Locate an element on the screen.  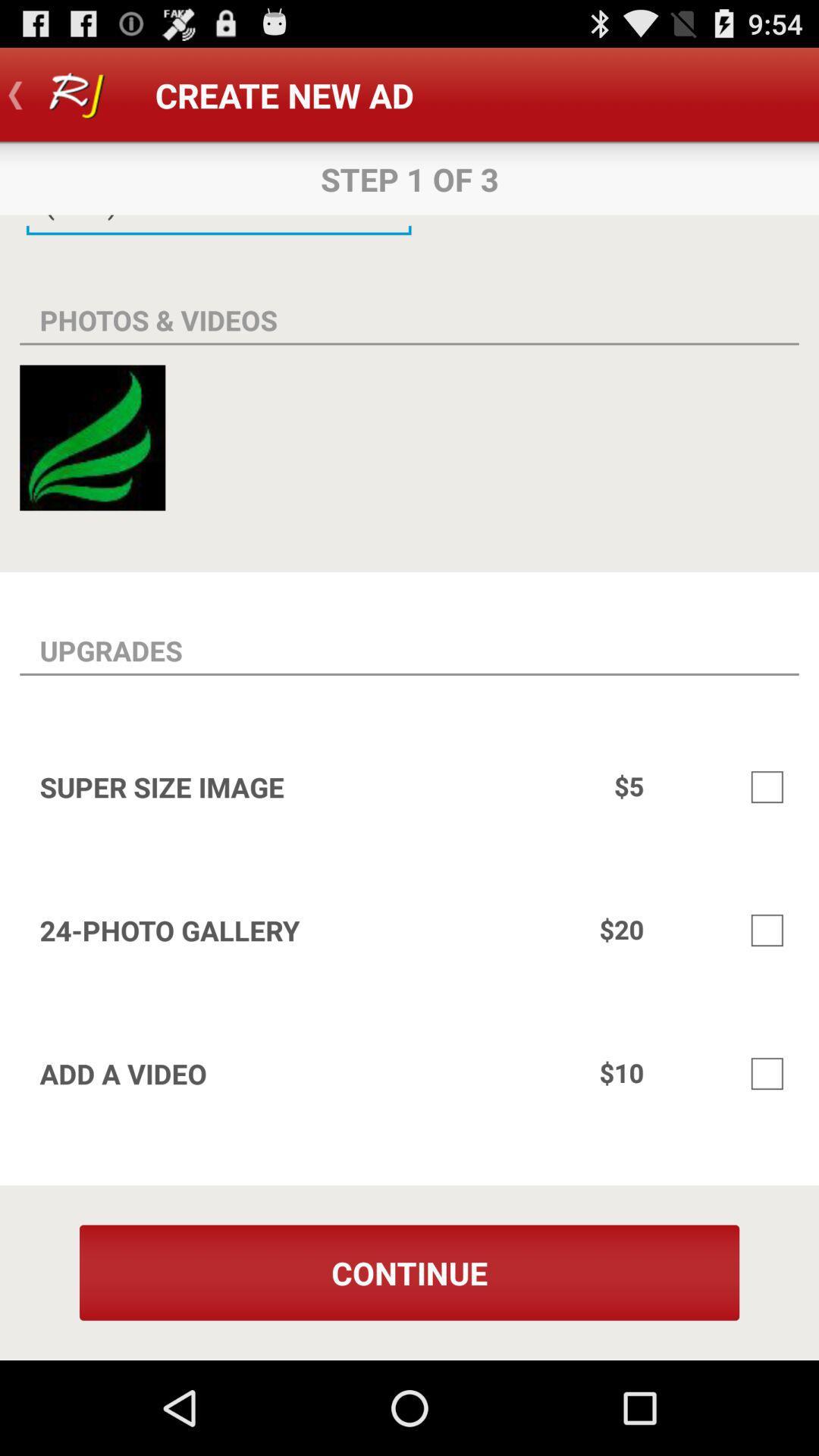
selection button is located at coordinates (767, 786).